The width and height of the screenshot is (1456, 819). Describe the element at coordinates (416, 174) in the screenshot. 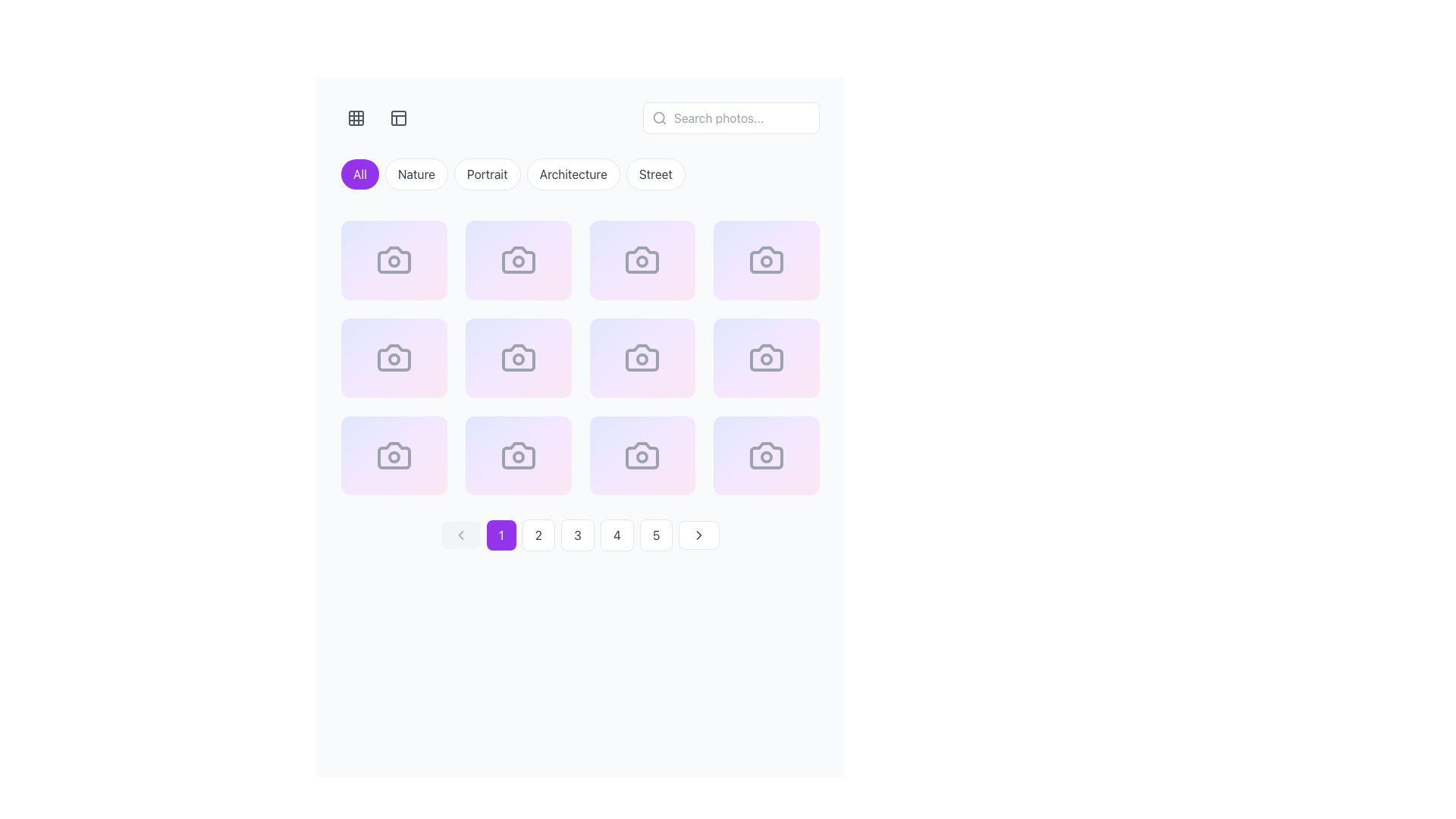

I see `the 'Nature' button, which is a medium-sized pill-shaped button with a white background, gray border, and the word 'Nature' in gray text, located to the immediate right of the 'All' button and left of the 'Portrait' button` at that location.